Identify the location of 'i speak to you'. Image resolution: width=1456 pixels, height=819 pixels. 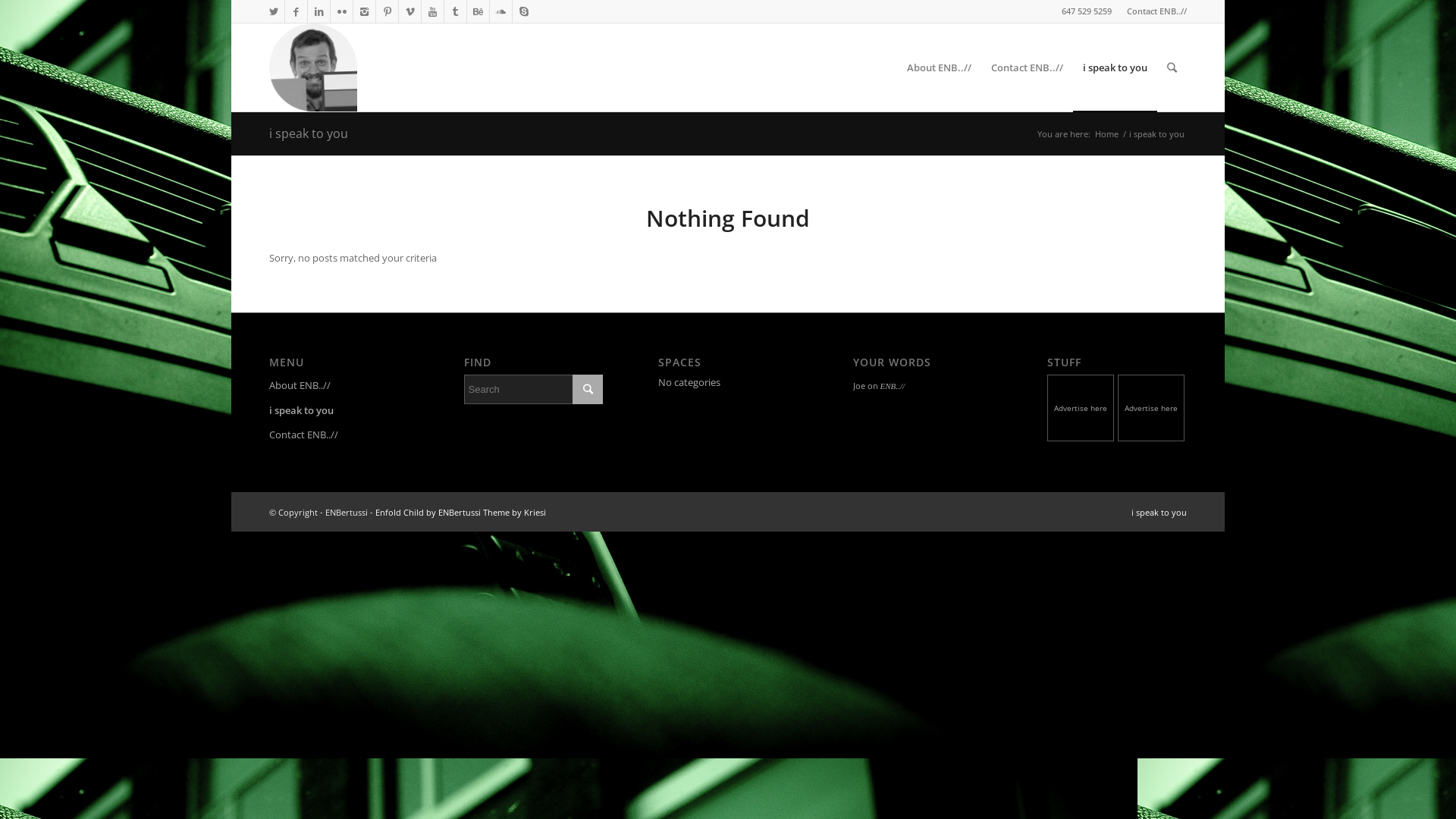
(1115, 66).